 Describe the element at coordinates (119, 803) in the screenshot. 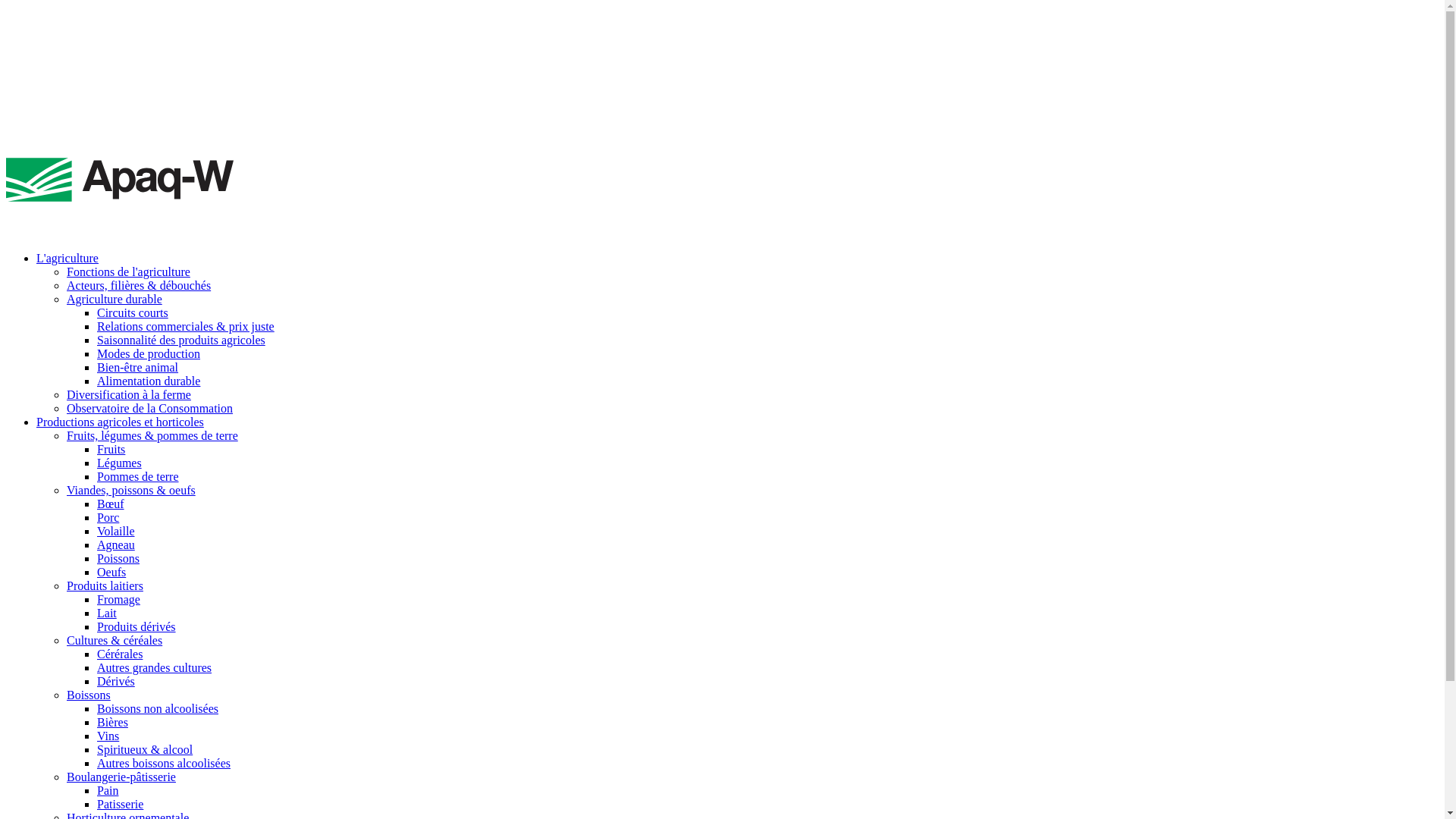

I see `'Patisserie'` at that location.